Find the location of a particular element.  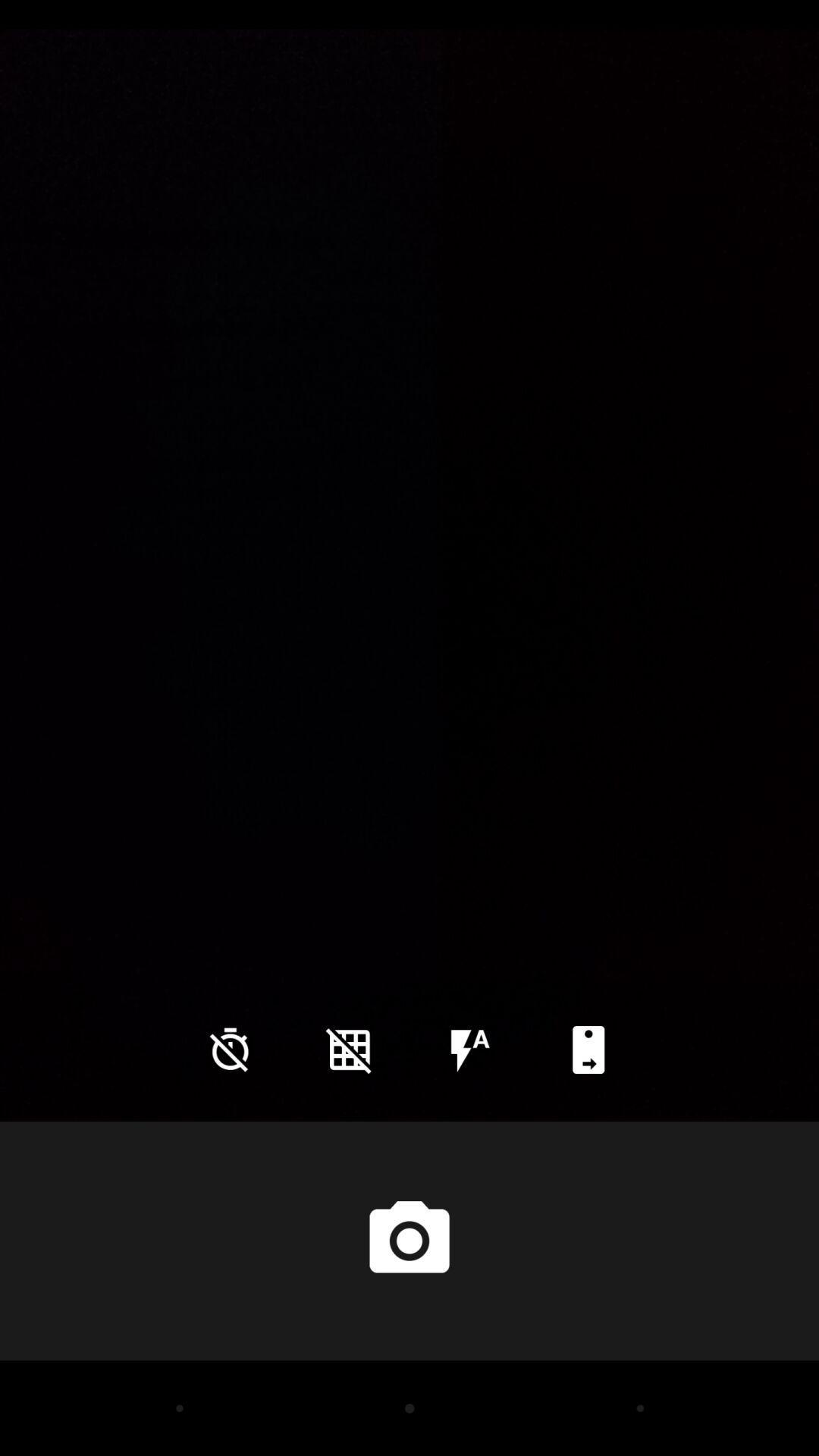

the item at the bottom right corner is located at coordinates (588, 1049).